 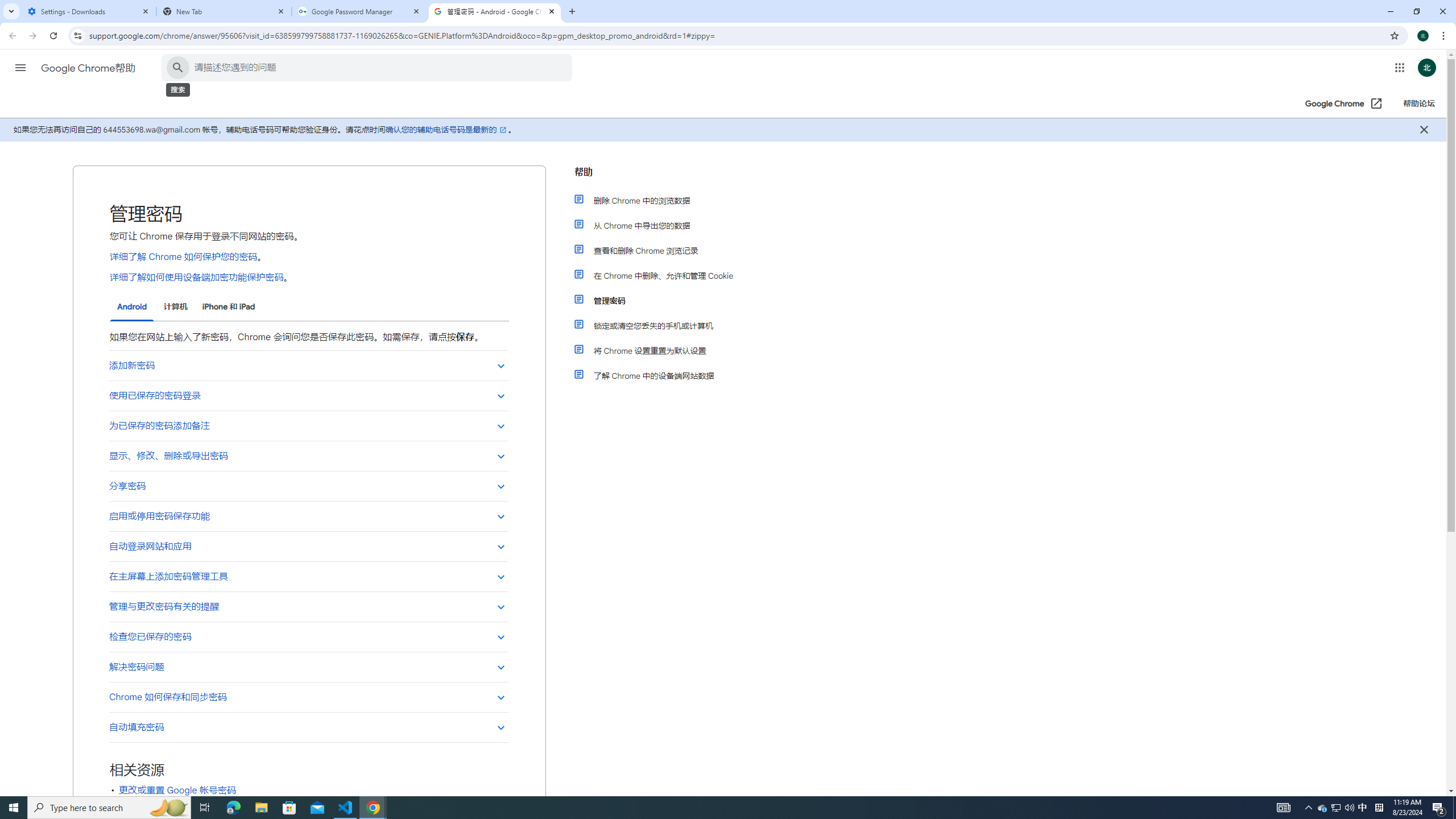 What do you see at coordinates (88, 11) in the screenshot?
I see `'Settings - Downloads'` at bounding box center [88, 11].